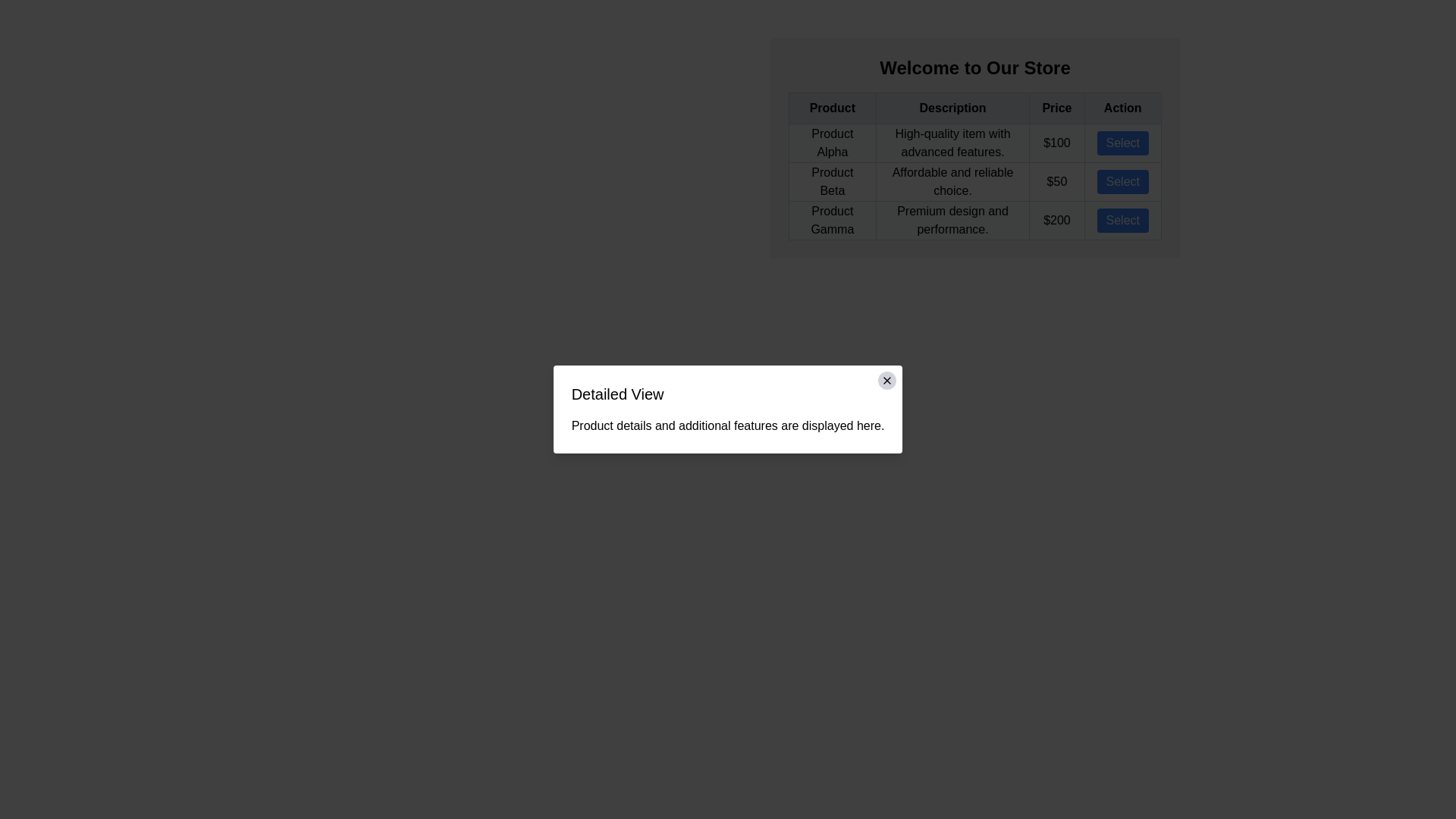  I want to click on the button in the Action column for 'Product Alpha', so click(1122, 143).